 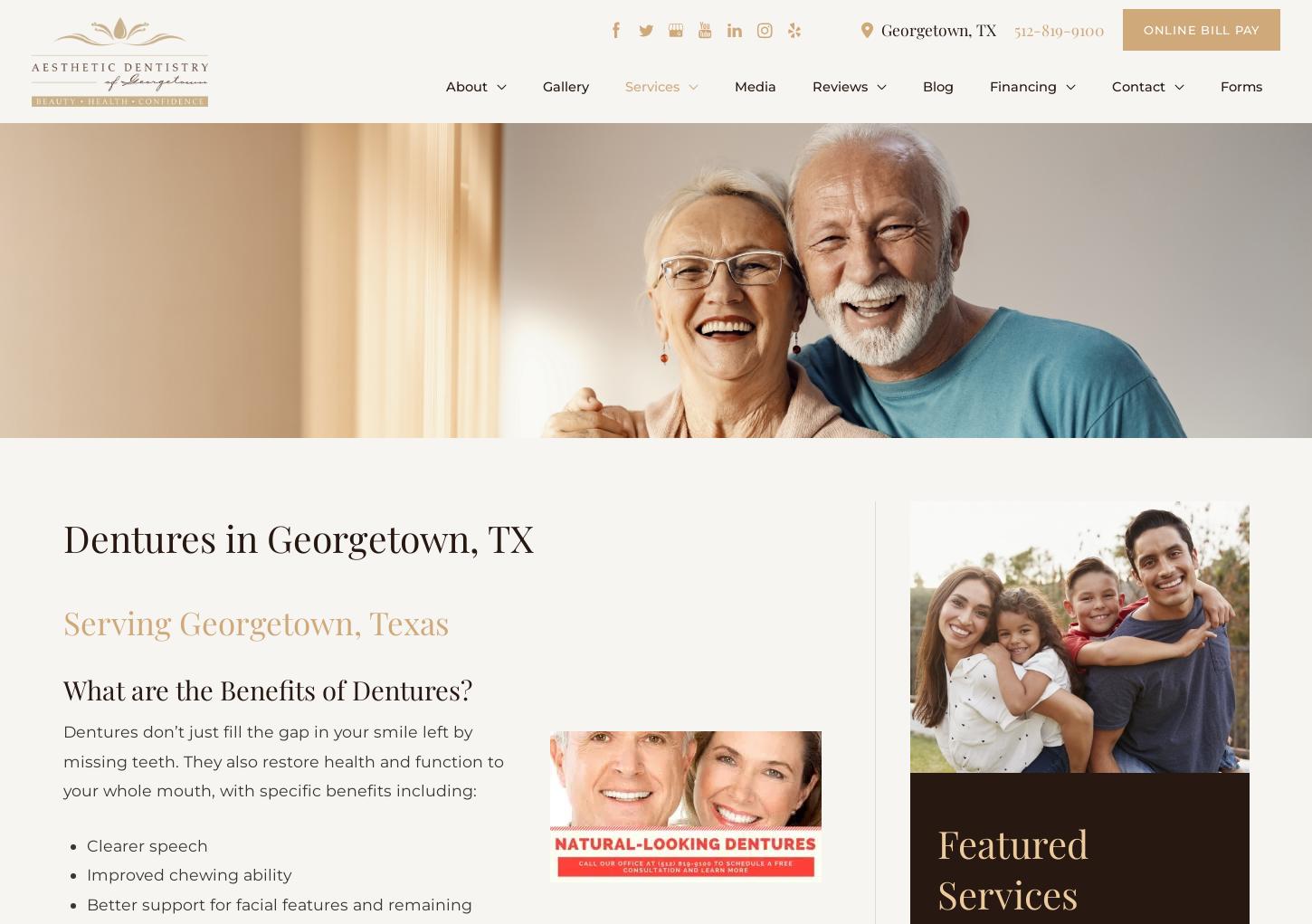 I want to click on 'Forms', so click(x=1243, y=85).